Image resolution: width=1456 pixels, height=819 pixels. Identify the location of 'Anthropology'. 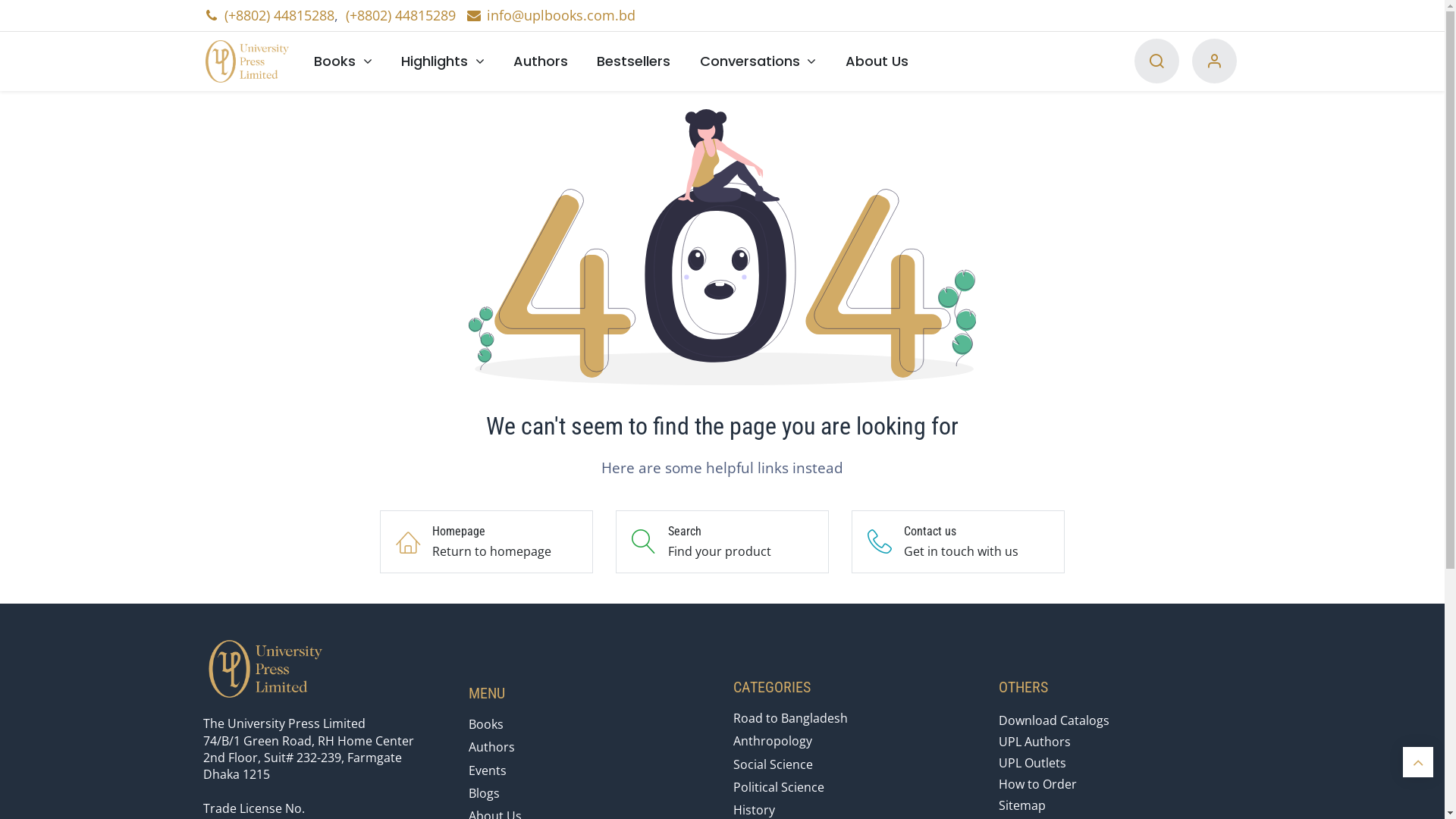
(772, 739).